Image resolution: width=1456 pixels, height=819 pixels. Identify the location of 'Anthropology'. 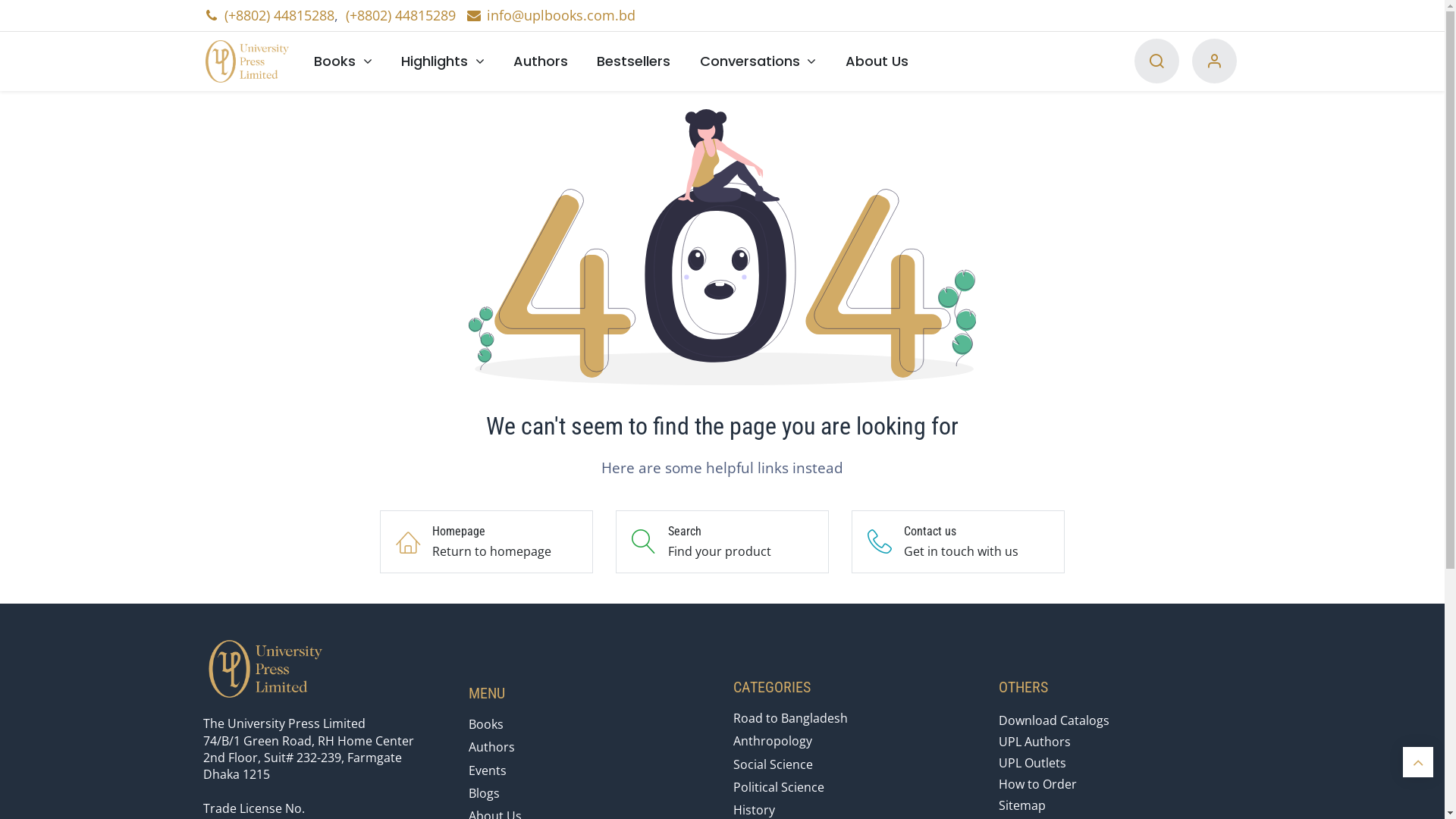
(772, 739).